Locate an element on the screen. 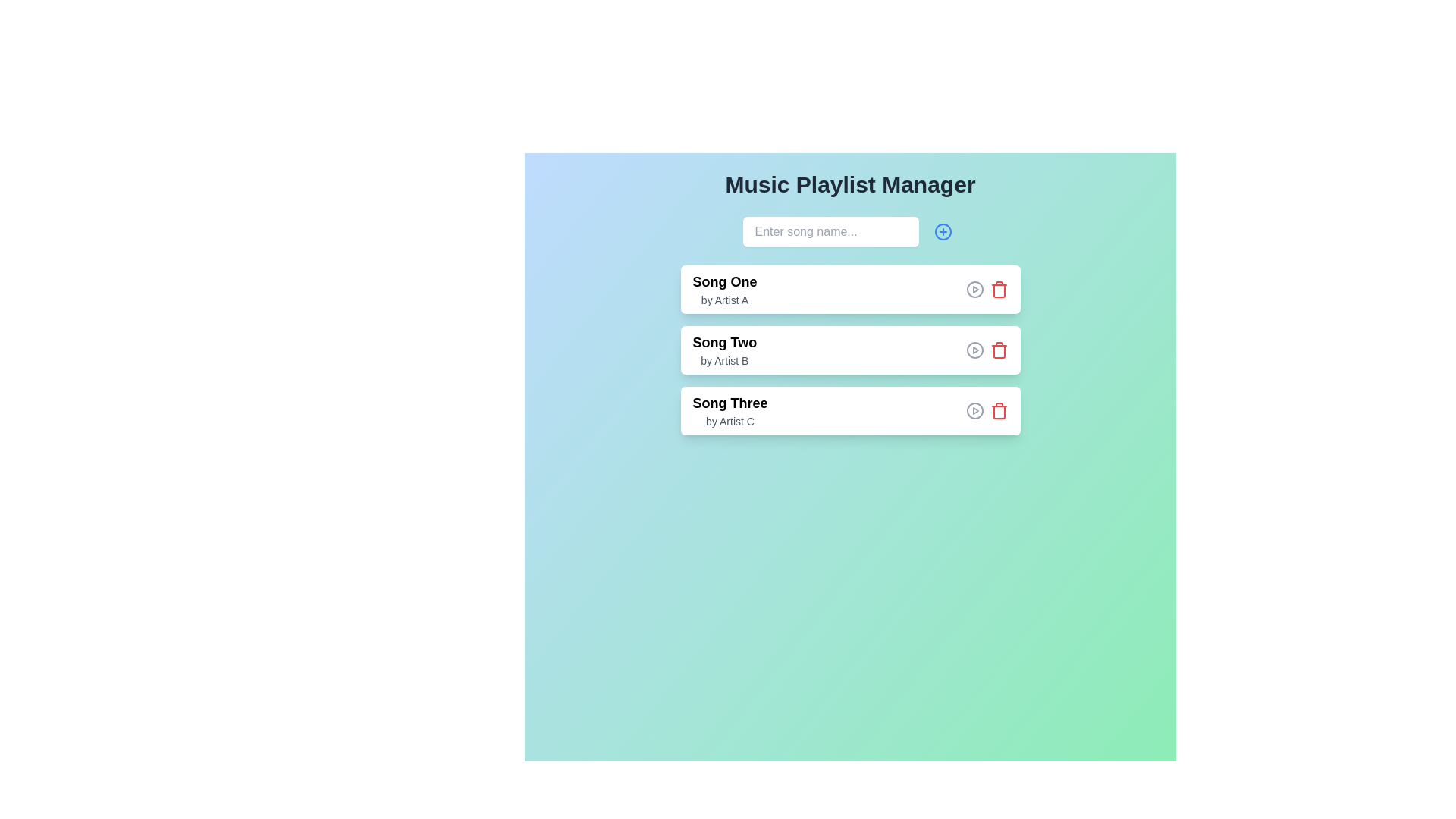 The width and height of the screenshot is (1456, 819). the trash bin icon located to the right of the entry labeled 'Song Two' is located at coordinates (999, 350).